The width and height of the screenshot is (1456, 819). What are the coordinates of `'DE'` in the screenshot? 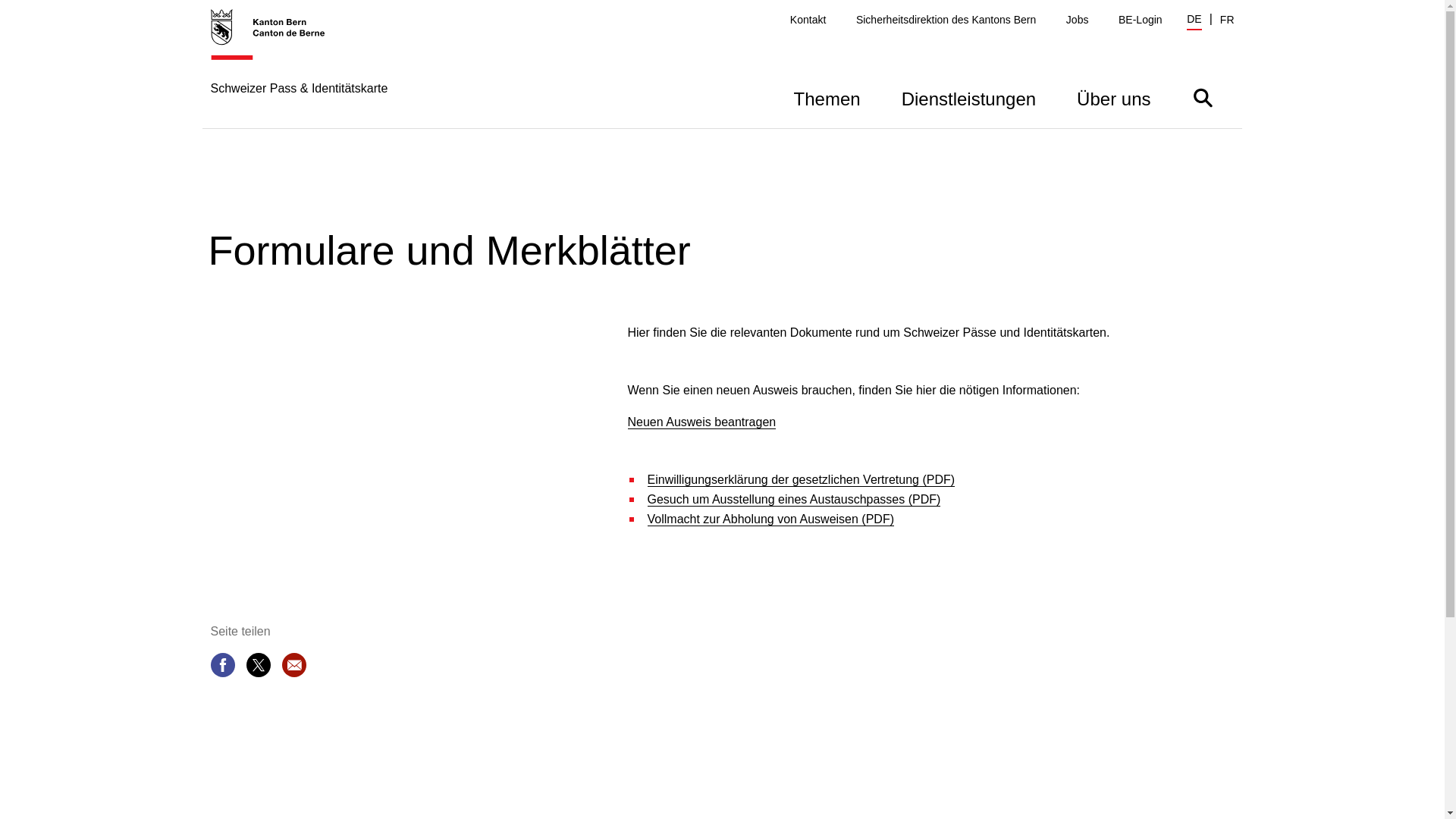 It's located at (1185, 20).